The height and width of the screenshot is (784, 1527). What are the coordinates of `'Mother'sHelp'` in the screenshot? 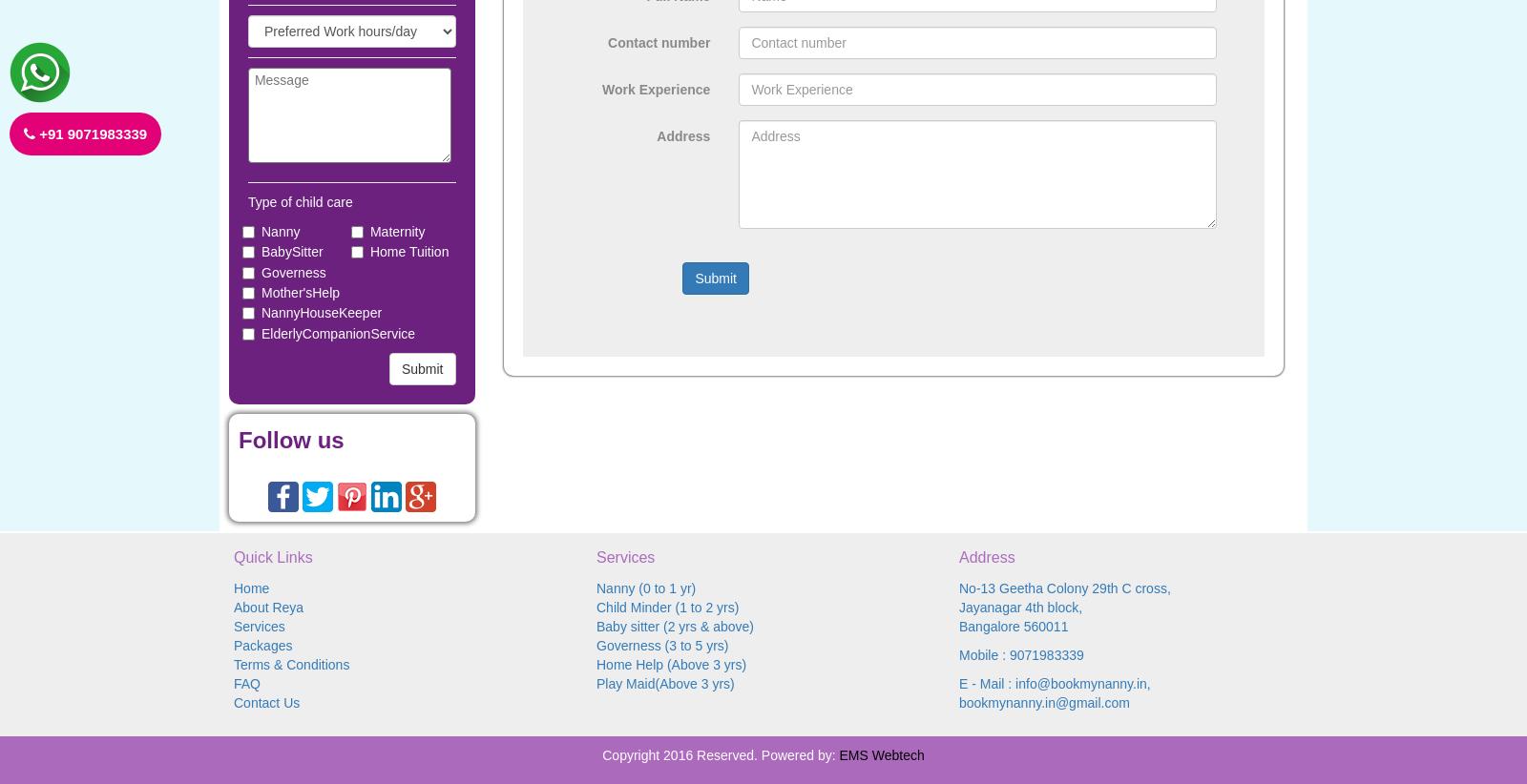 It's located at (301, 293).